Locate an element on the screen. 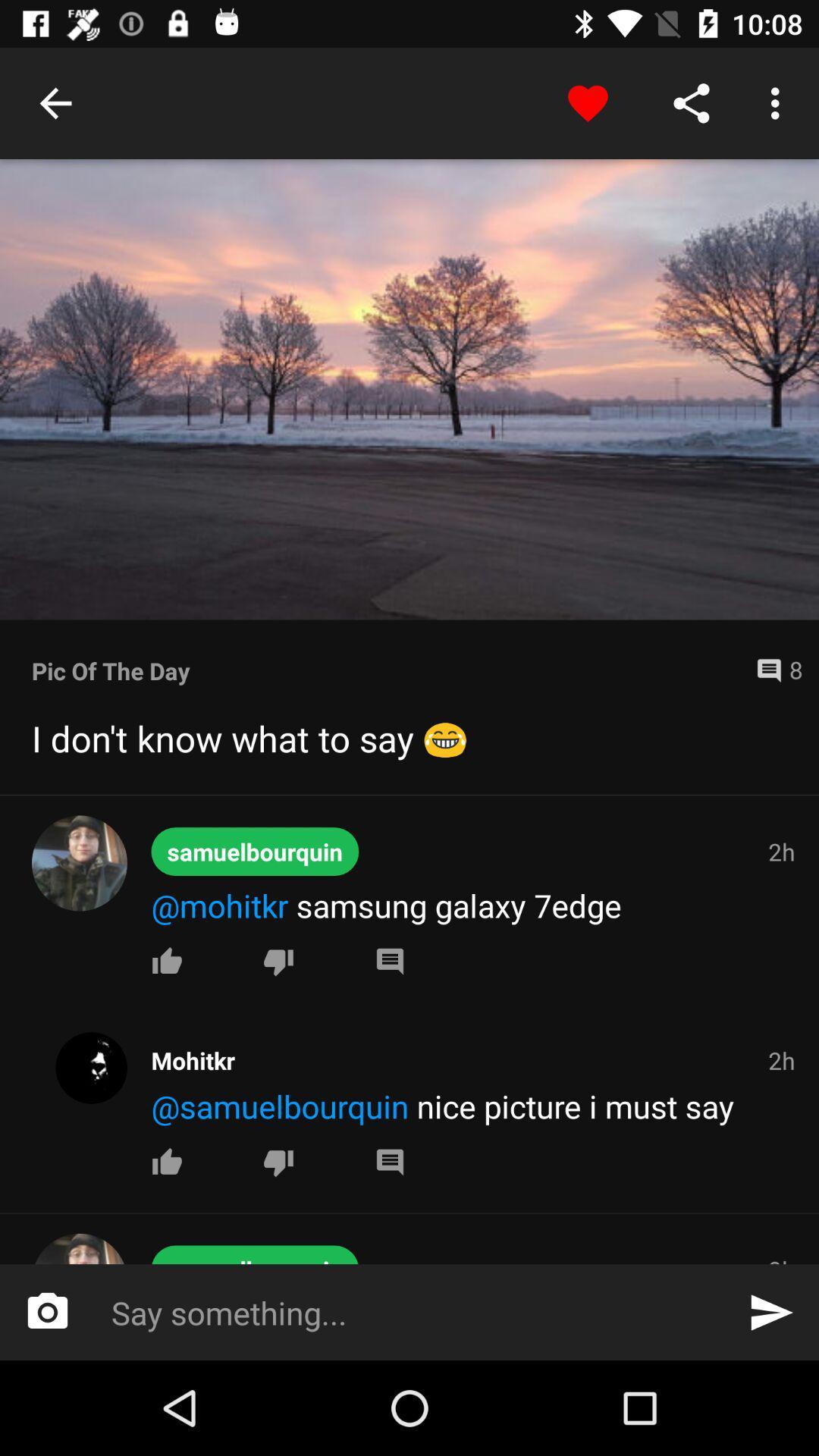 This screenshot has width=819, height=1456. 8 icon is located at coordinates (773, 670).